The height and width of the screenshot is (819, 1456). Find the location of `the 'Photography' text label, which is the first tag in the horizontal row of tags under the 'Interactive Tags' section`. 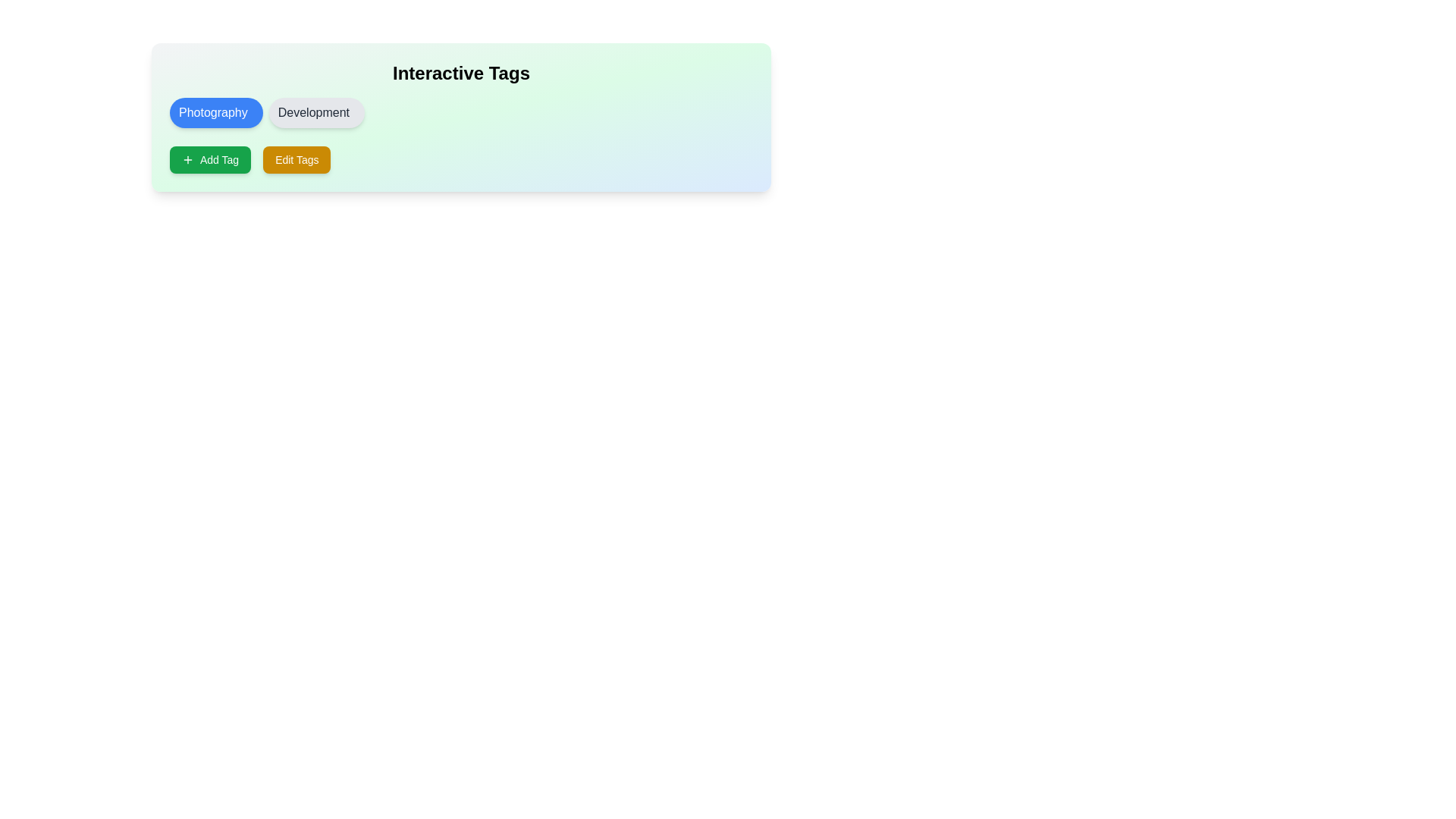

the 'Photography' text label, which is the first tag in the horizontal row of tags under the 'Interactive Tags' section is located at coordinates (212, 112).